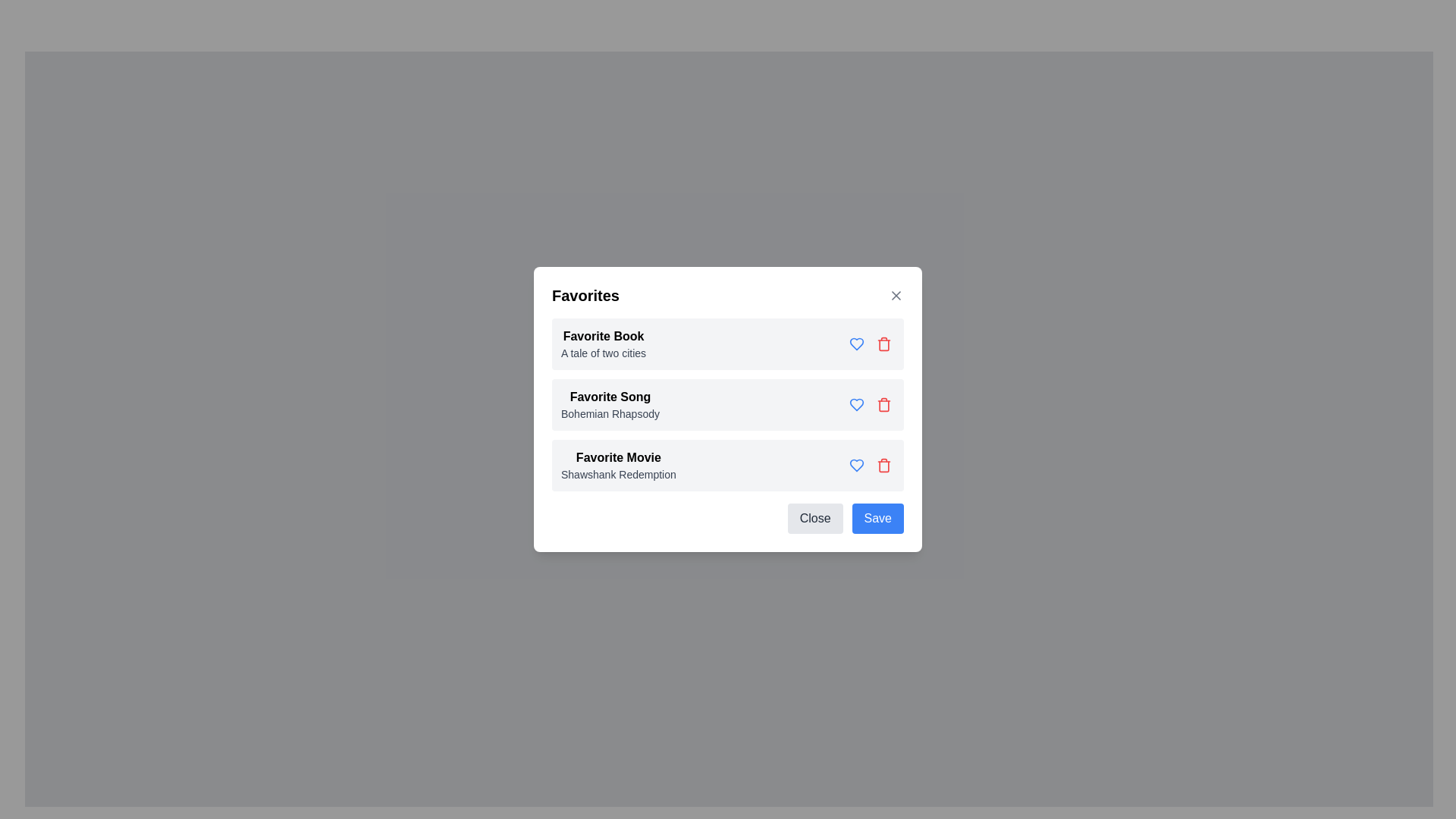  I want to click on the third item in the vertically arranged list of favorites within the modal dialog, which is a Text label representing a user's favorite movie, so click(618, 464).